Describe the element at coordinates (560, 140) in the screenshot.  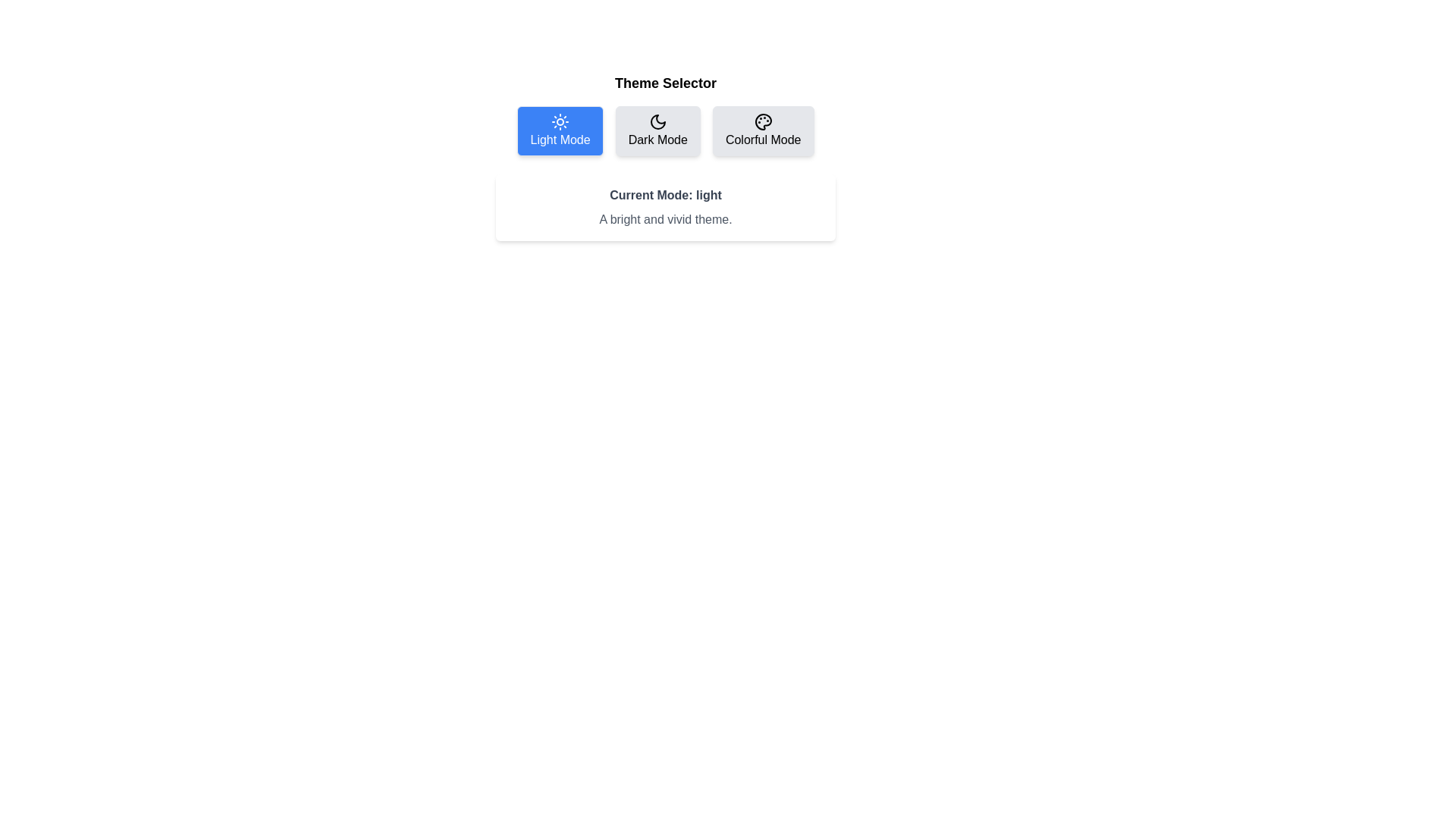
I see `the 'Light Mode' button, which is styled with white font on a blue rectangular background and is the first option in the 'Theme Selector' toggle group` at that location.